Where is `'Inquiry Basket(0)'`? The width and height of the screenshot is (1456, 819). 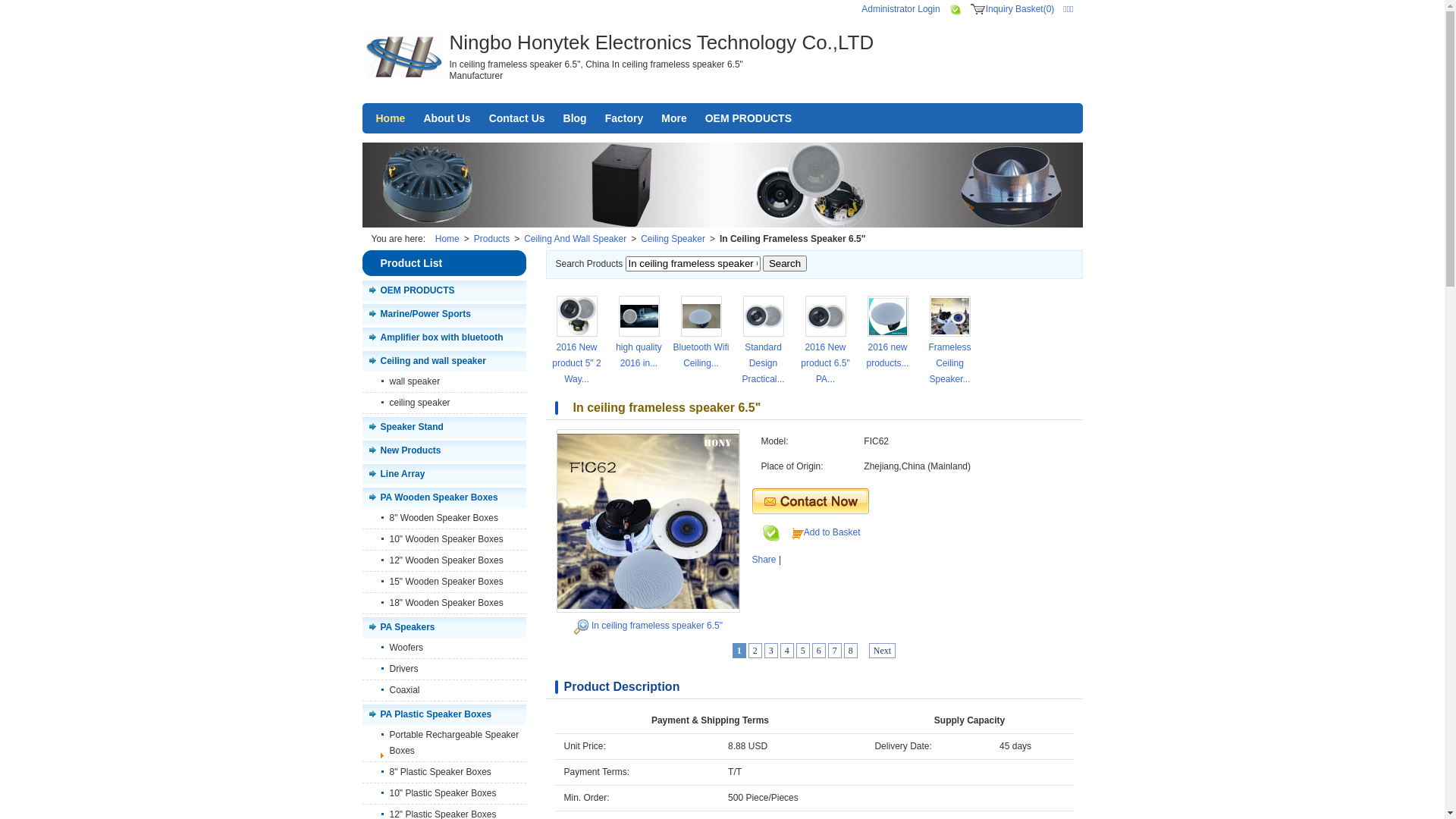
'Inquiry Basket(0)' is located at coordinates (1020, 8).